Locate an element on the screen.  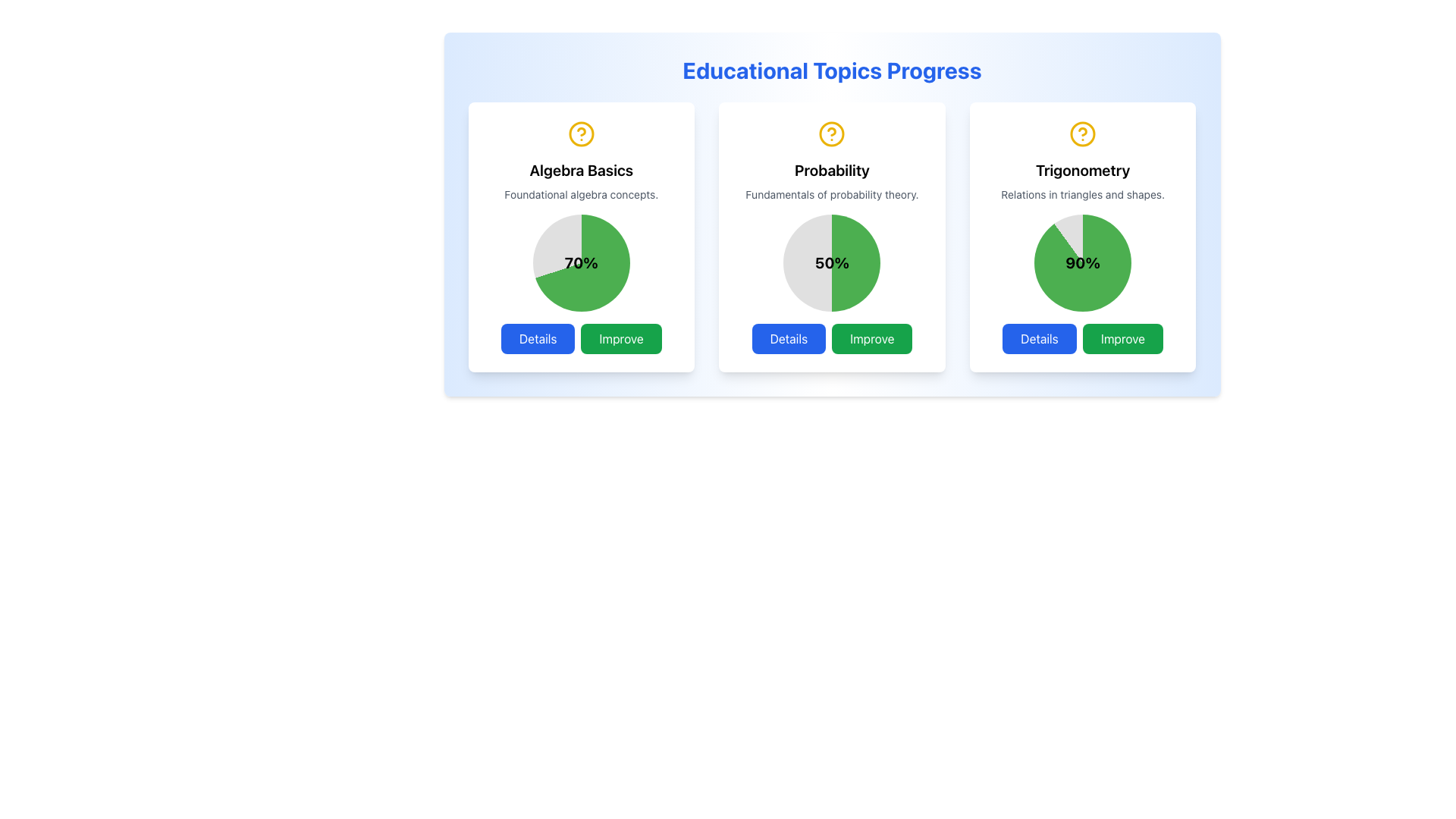
the green 'Improve' button with rounded corners, labeled 'Improve' is located at coordinates (621, 338).